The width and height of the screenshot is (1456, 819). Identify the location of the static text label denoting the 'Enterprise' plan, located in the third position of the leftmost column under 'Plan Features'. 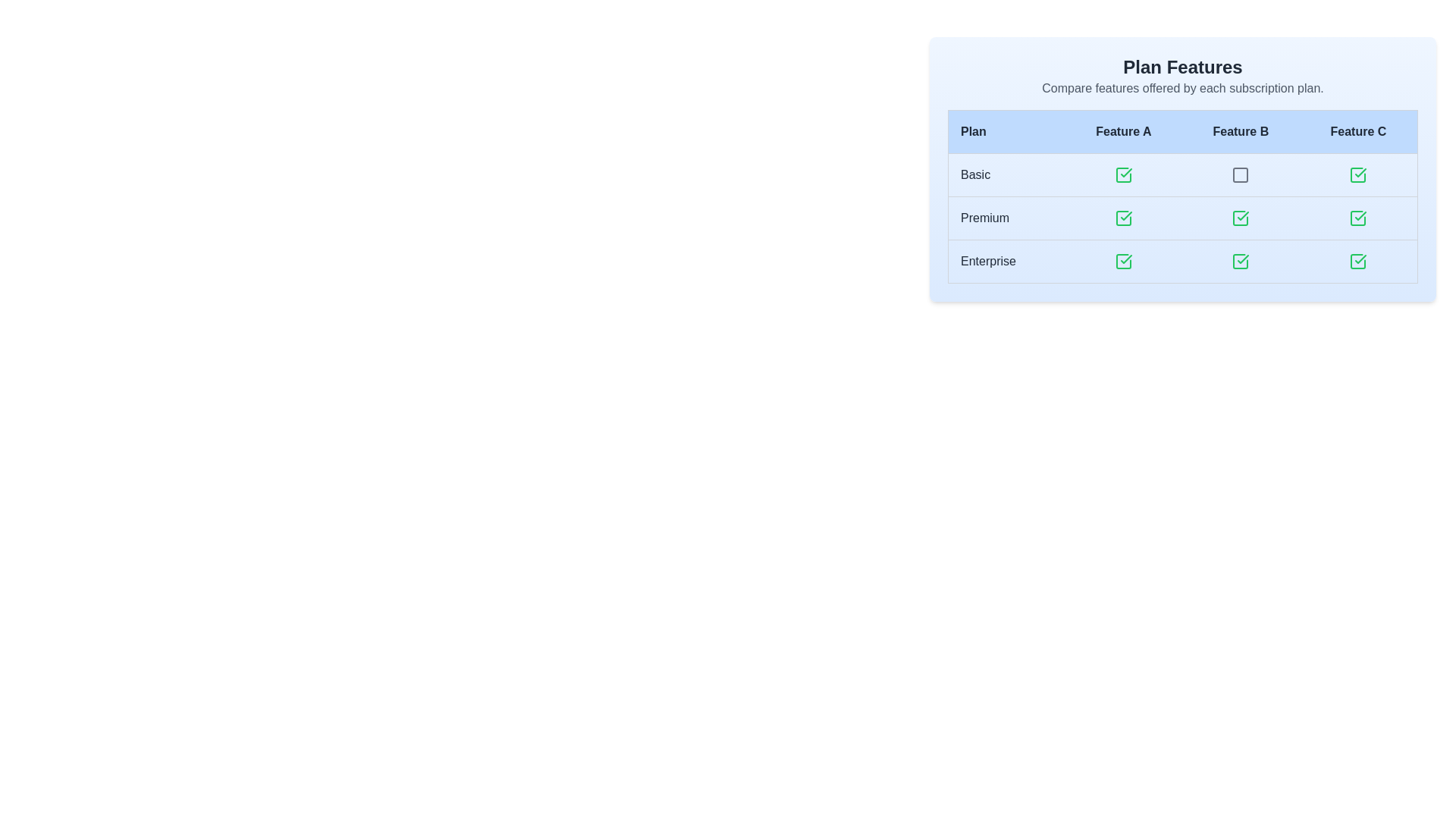
(1006, 260).